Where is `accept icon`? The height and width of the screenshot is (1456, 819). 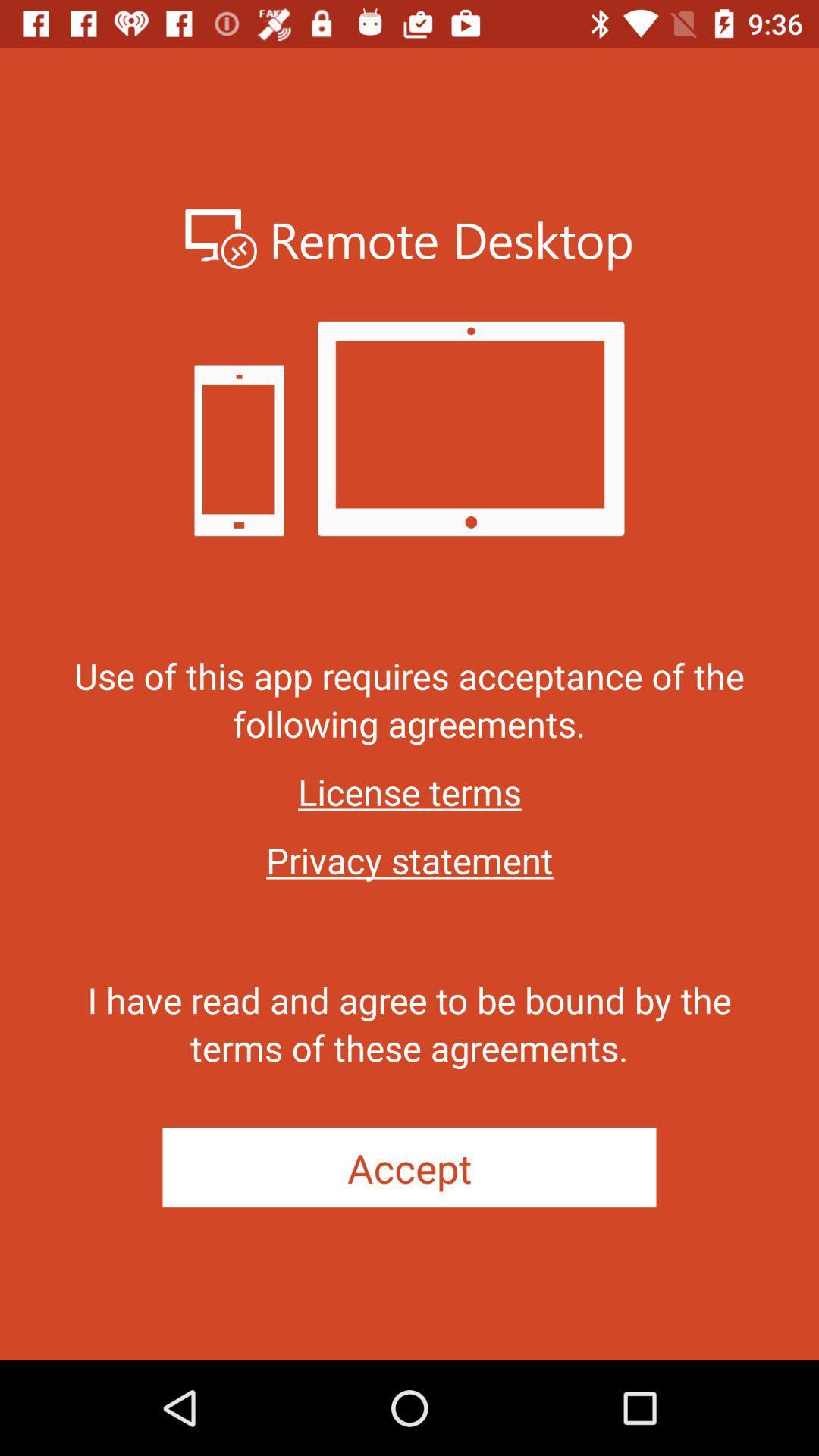
accept icon is located at coordinates (409, 1166).